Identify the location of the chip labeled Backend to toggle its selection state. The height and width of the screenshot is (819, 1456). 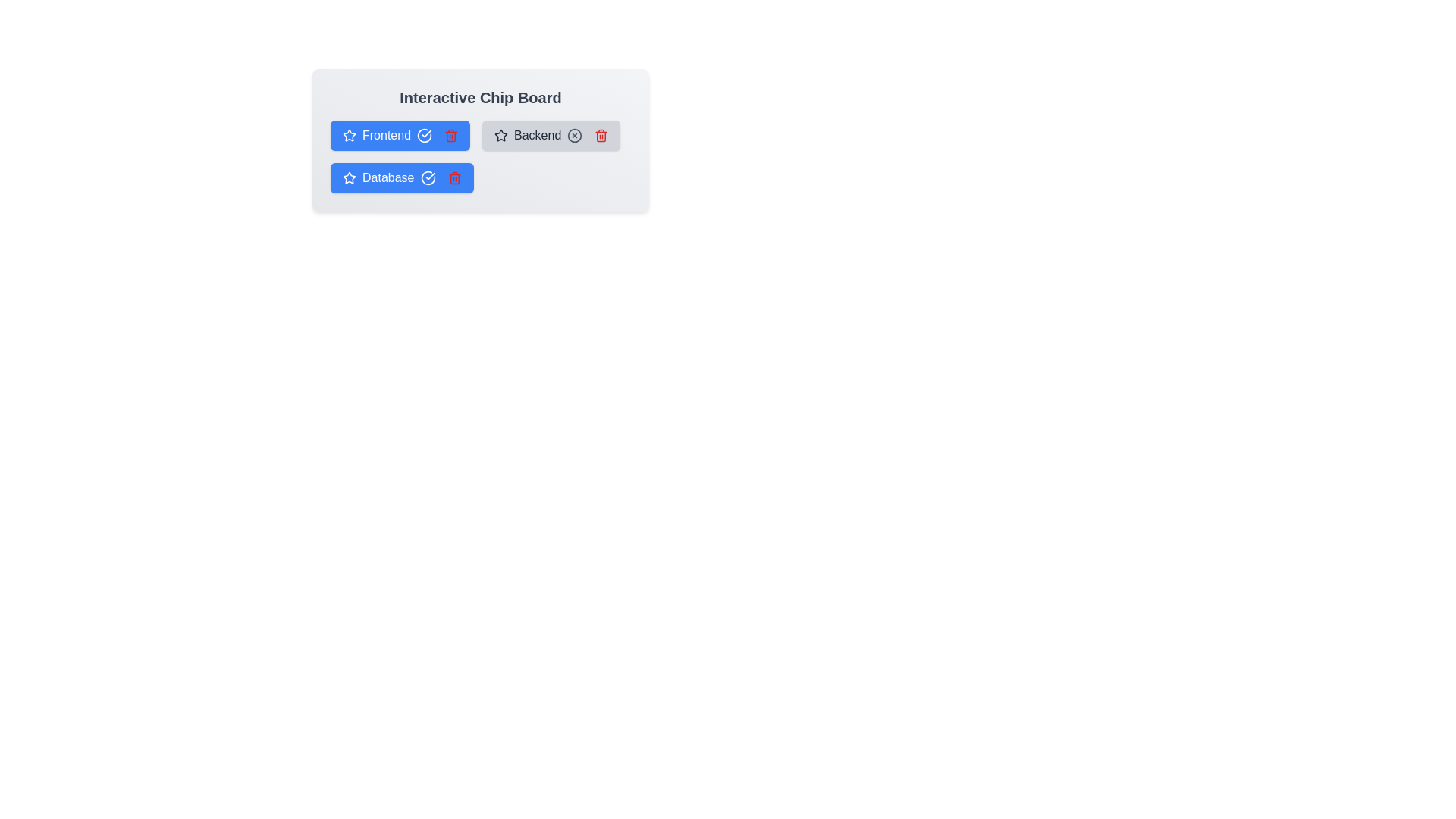
(550, 134).